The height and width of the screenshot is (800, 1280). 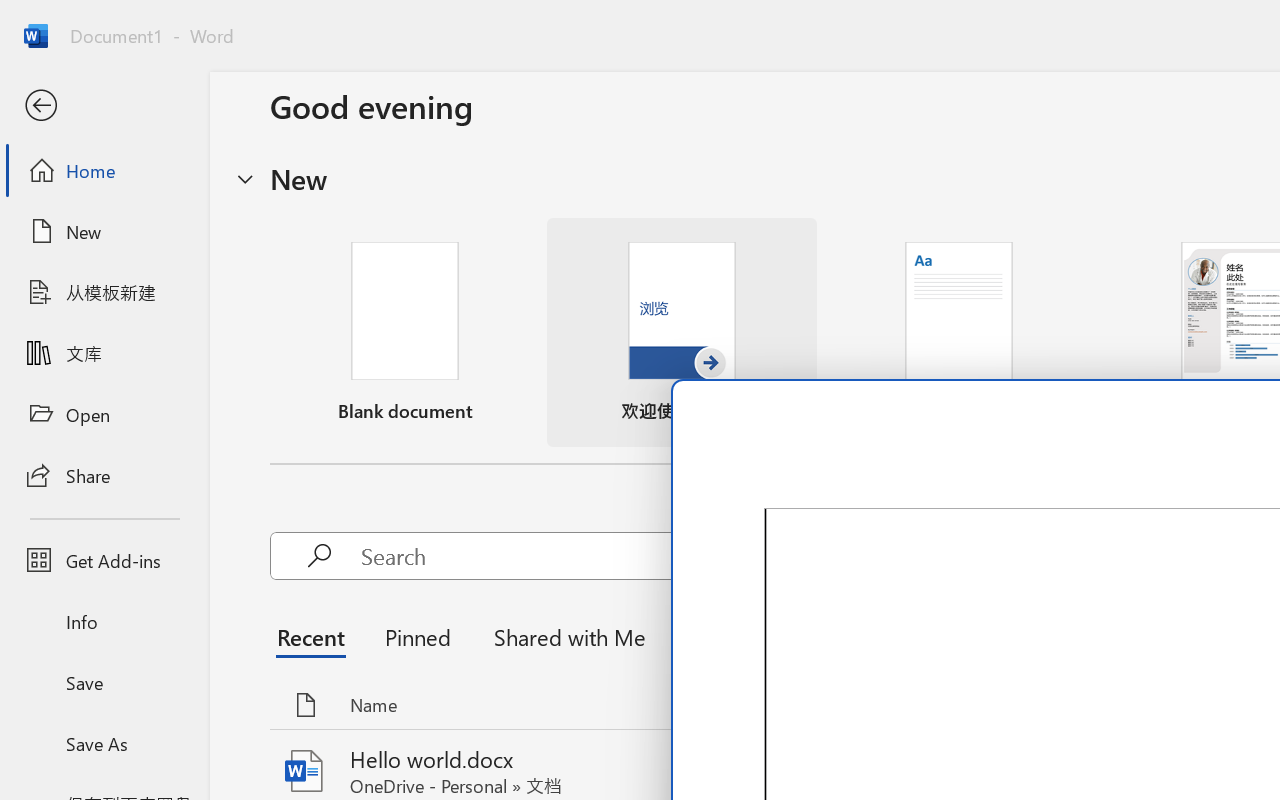 What do you see at coordinates (404, 331) in the screenshot?
I see `'Blank document'` at bounding box center [404, 331].